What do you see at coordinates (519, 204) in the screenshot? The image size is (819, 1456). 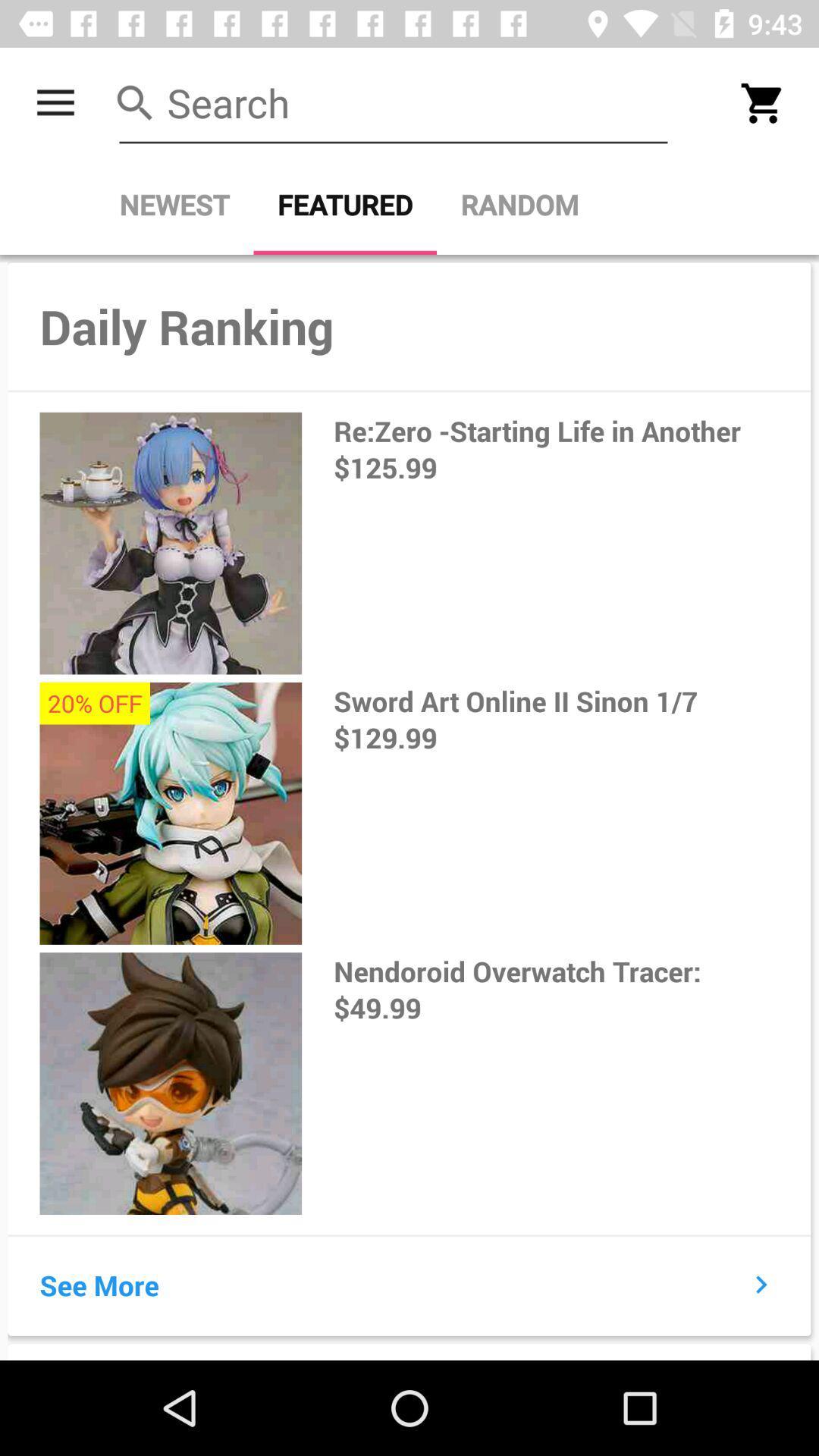 I see `item to the right of the featured` at bounding box center [519, 204].